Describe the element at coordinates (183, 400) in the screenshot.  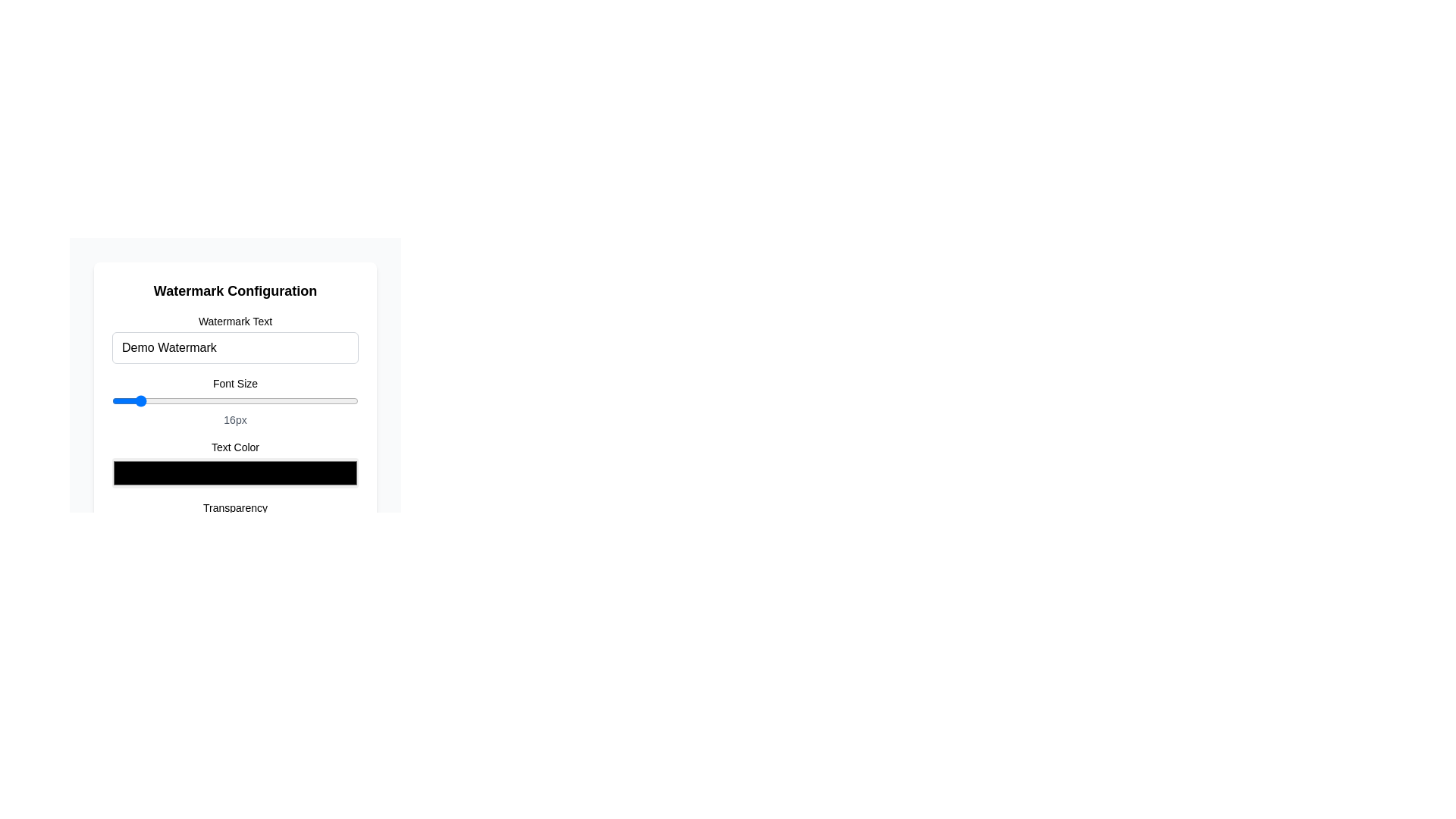
I see `the font size slider` at that location.